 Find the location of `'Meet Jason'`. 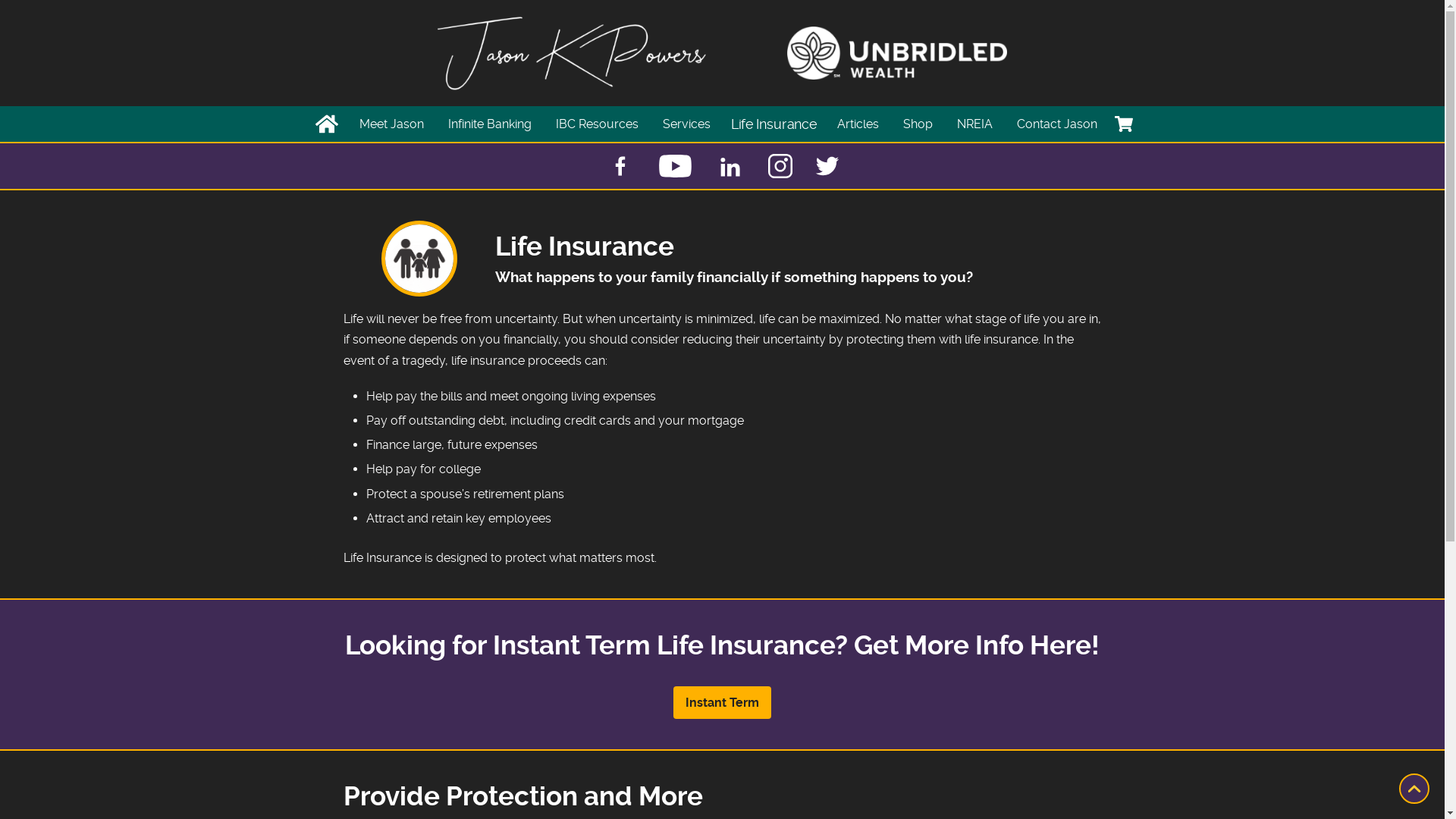

'Meet Jason' is located at coordinates (391, 123).